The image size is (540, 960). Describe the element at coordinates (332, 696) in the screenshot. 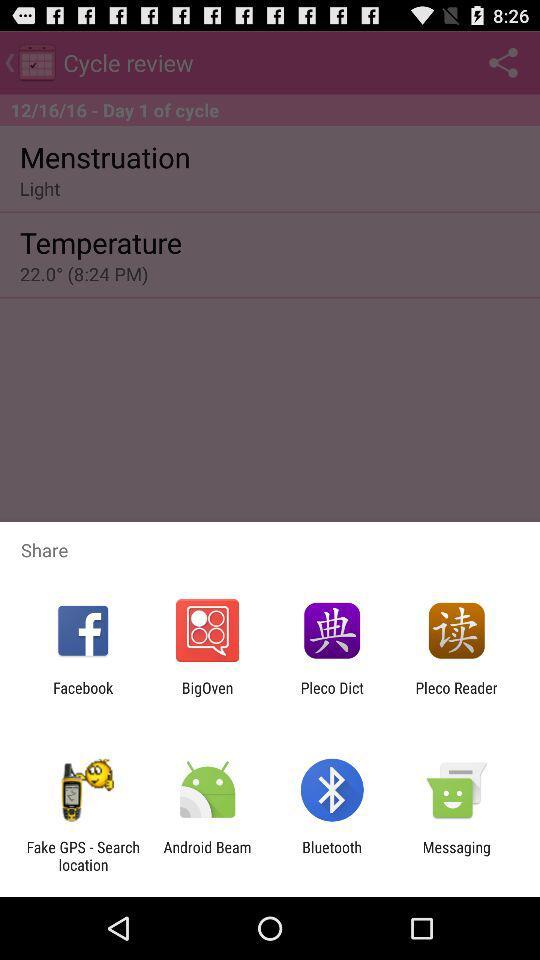

I see `item to the left of the pleco reader` at that location.